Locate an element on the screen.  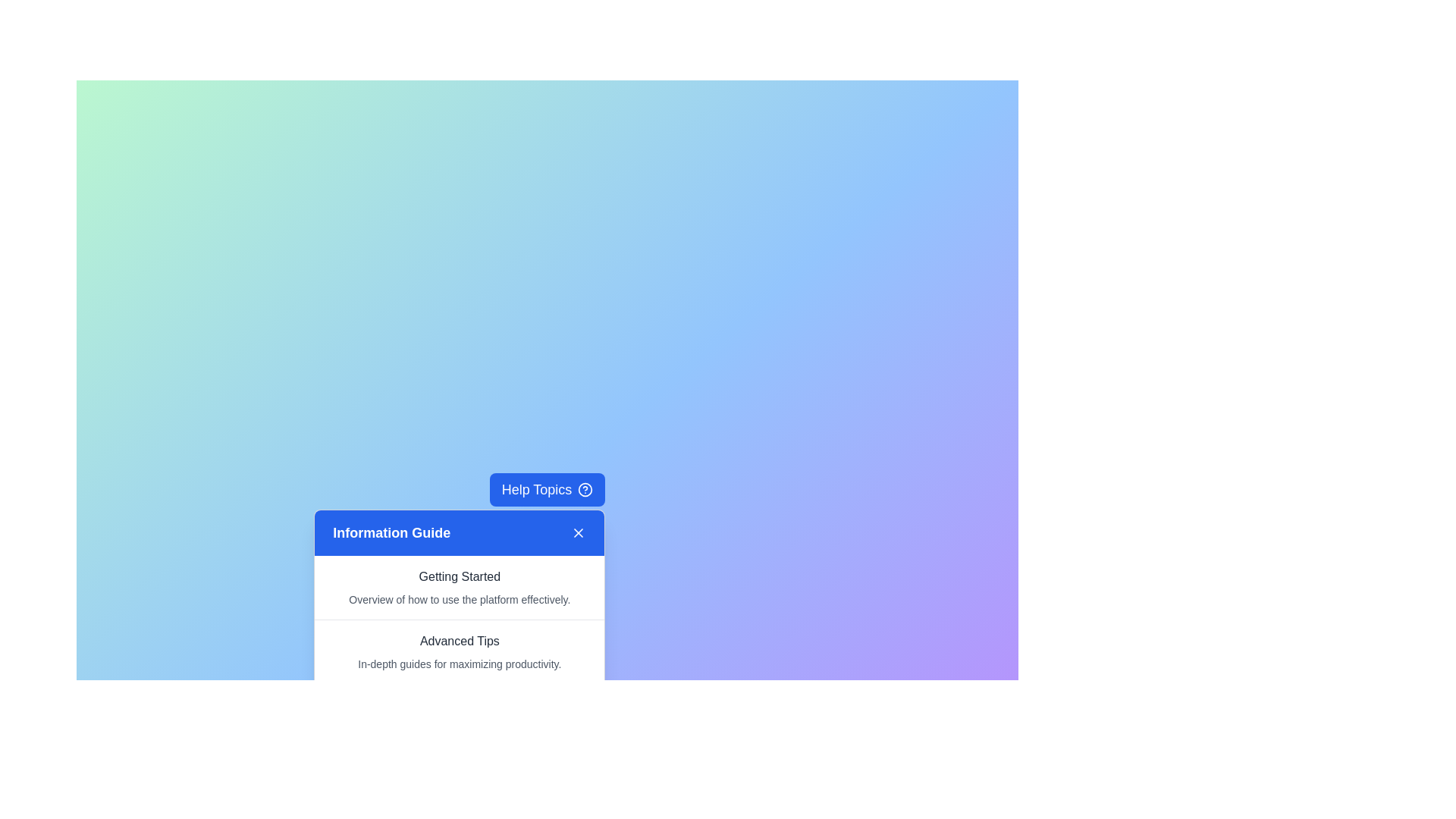
the help icon (SVG) located to the right of the 'Help Topics' button is located at coordinates (585, 489).